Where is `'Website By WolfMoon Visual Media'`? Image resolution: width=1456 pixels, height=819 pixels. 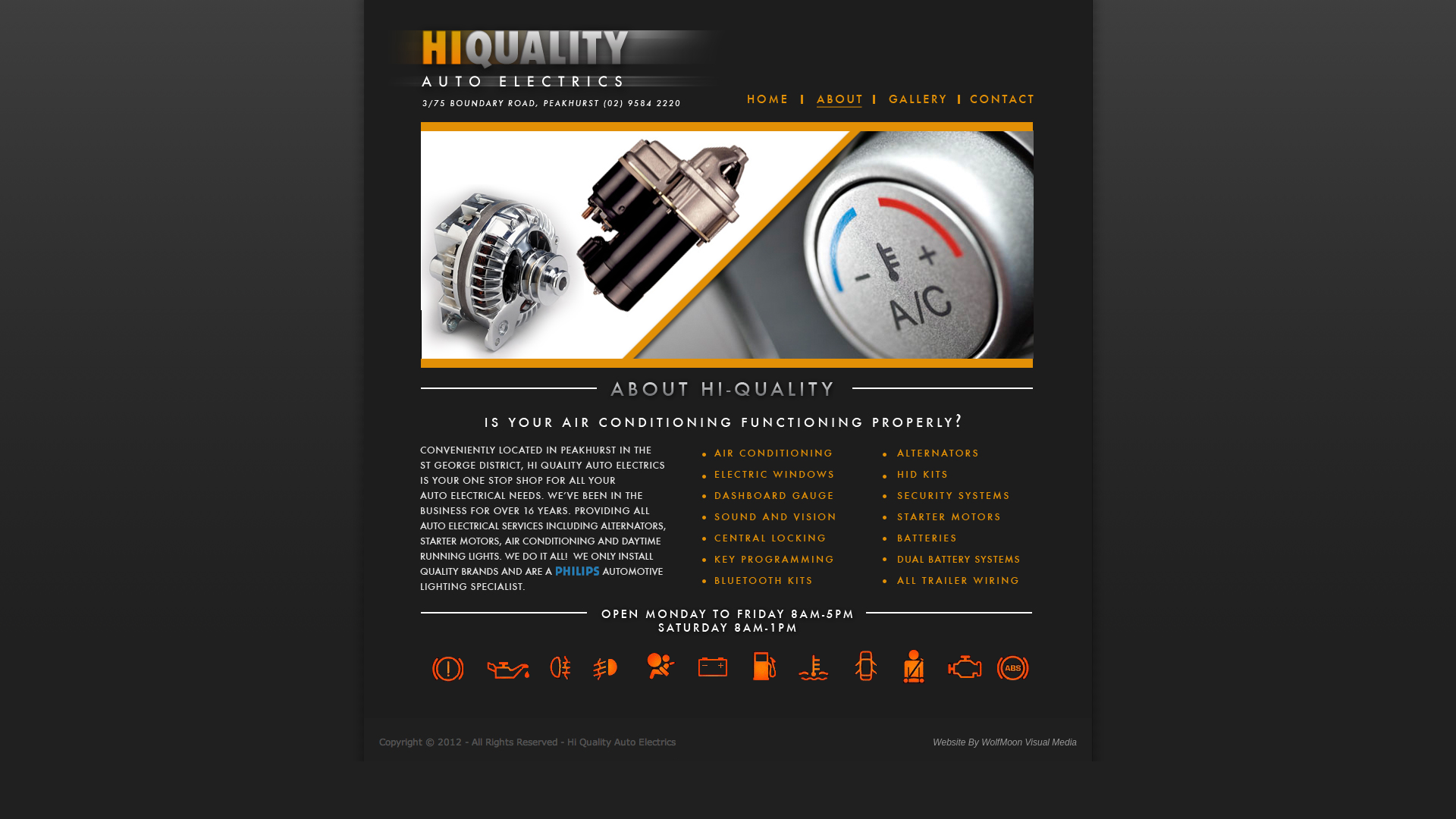 'Website By WolfMoon Visual Media' is located at coordinates (1004, 742).